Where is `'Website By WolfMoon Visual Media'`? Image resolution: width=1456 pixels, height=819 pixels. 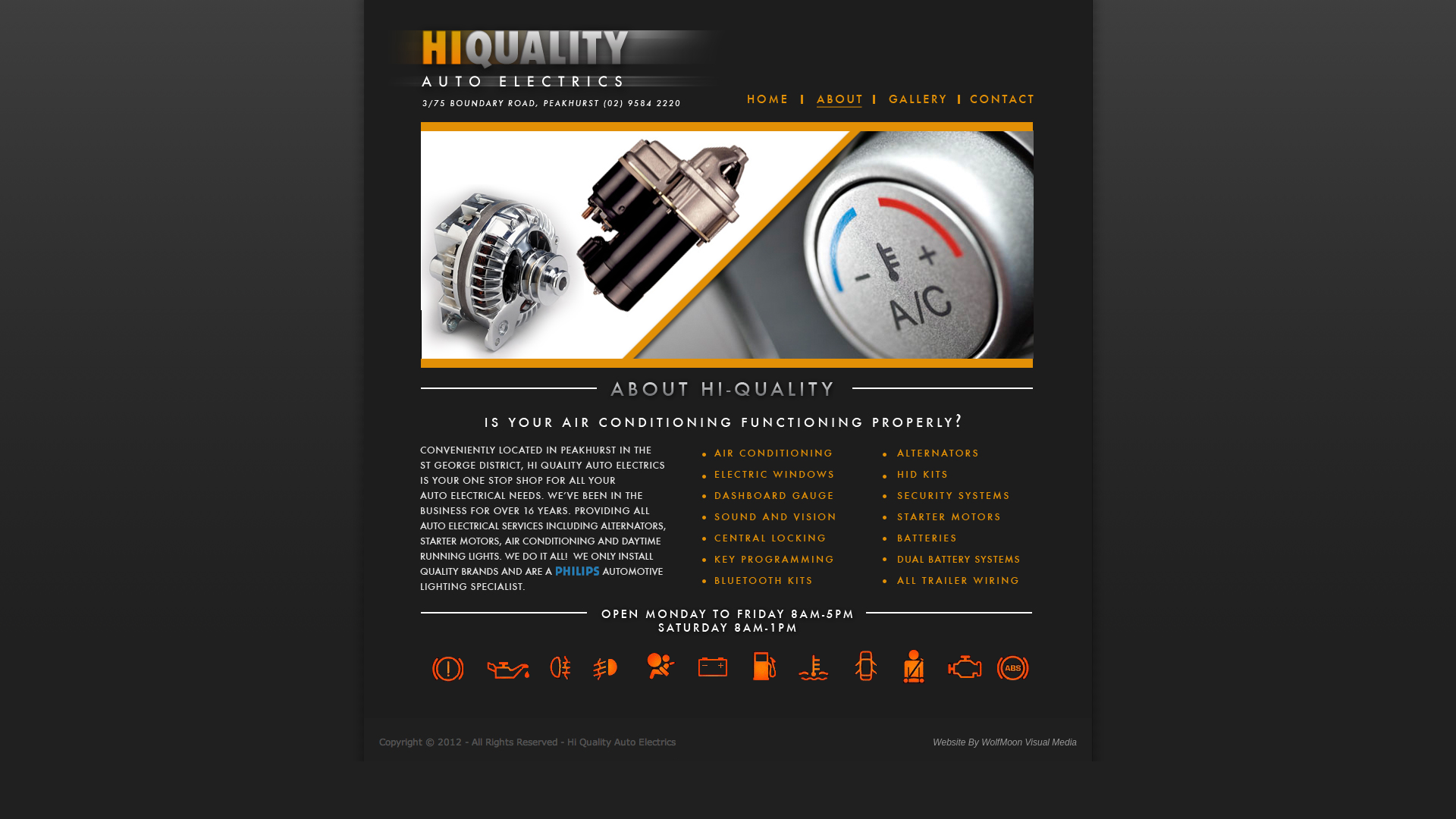 'Website By WolfMoon Visual Media' is located at coordinates (1004, 742).